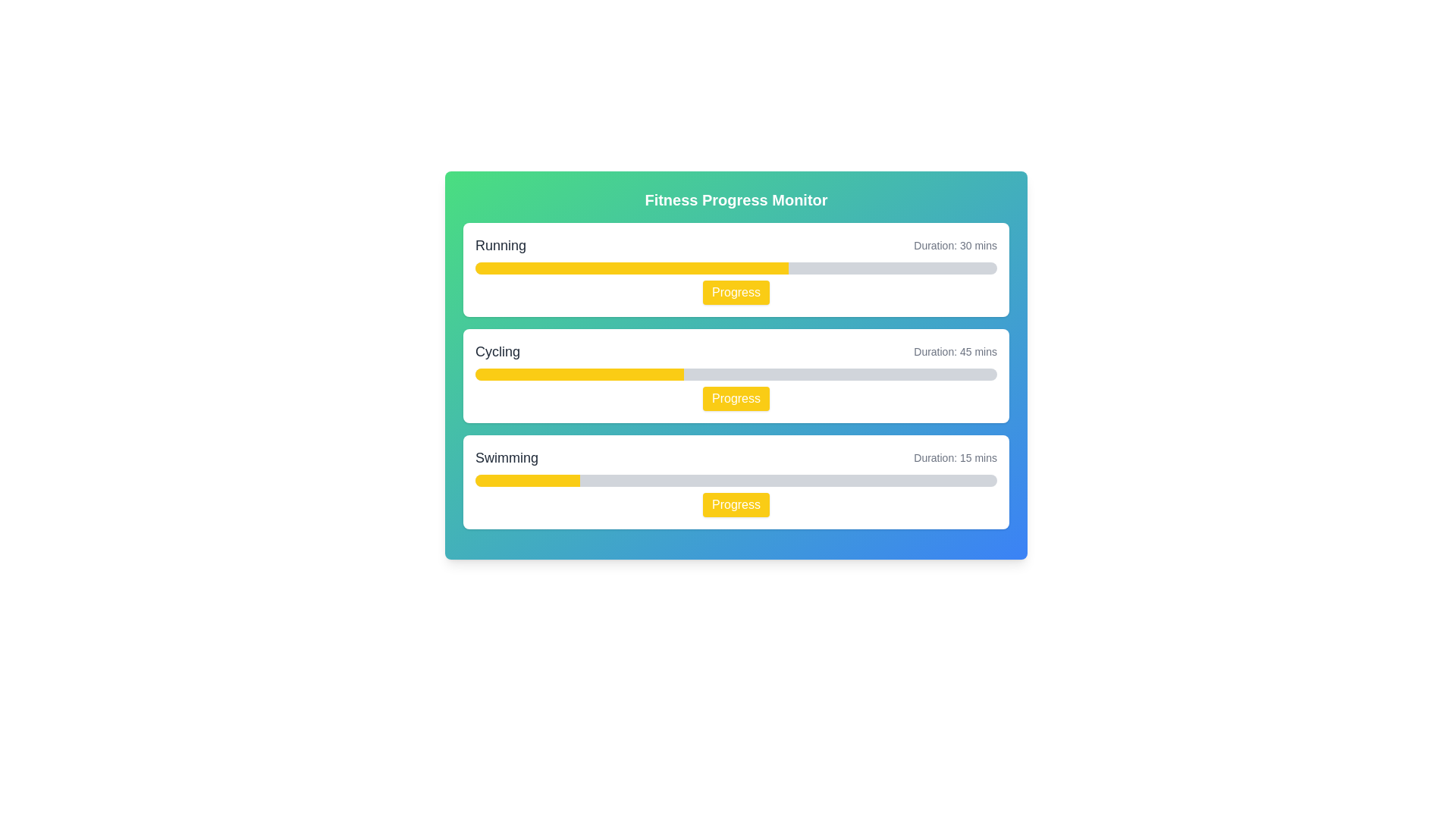  Describe the element at coordinates (736, 292) in the screenshot. I see `the bright yellow button labeled 'Progress' located under the progress bar in the middle-right section of the first card labeled 'Running'` at that location.